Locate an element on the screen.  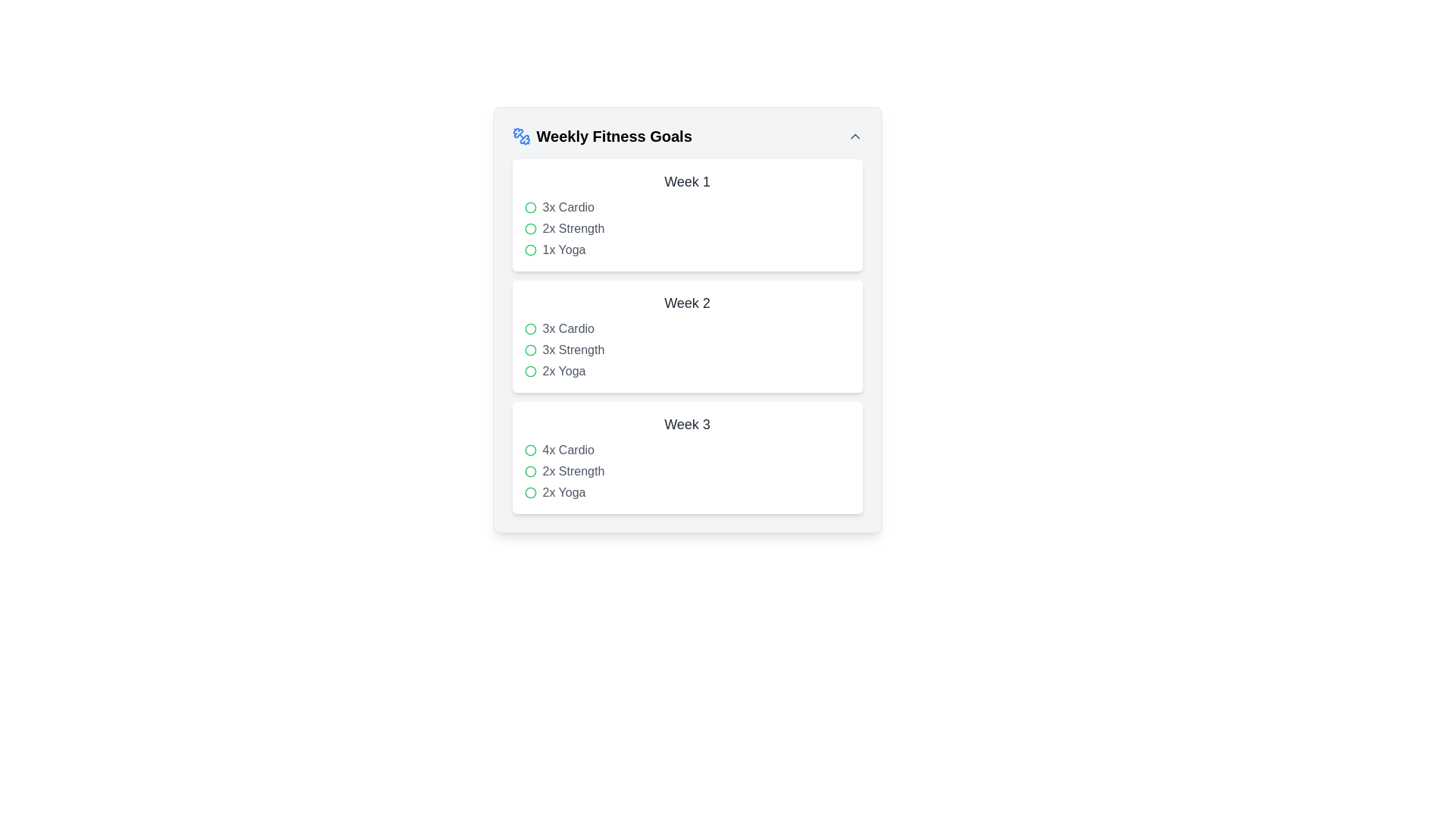
the text label displaying '2x Yoga' styled in gray font, which is the last item in the list for 'Week 3' within the 'Weekly Fitness Goals' section is located at coordinates (563, 493).